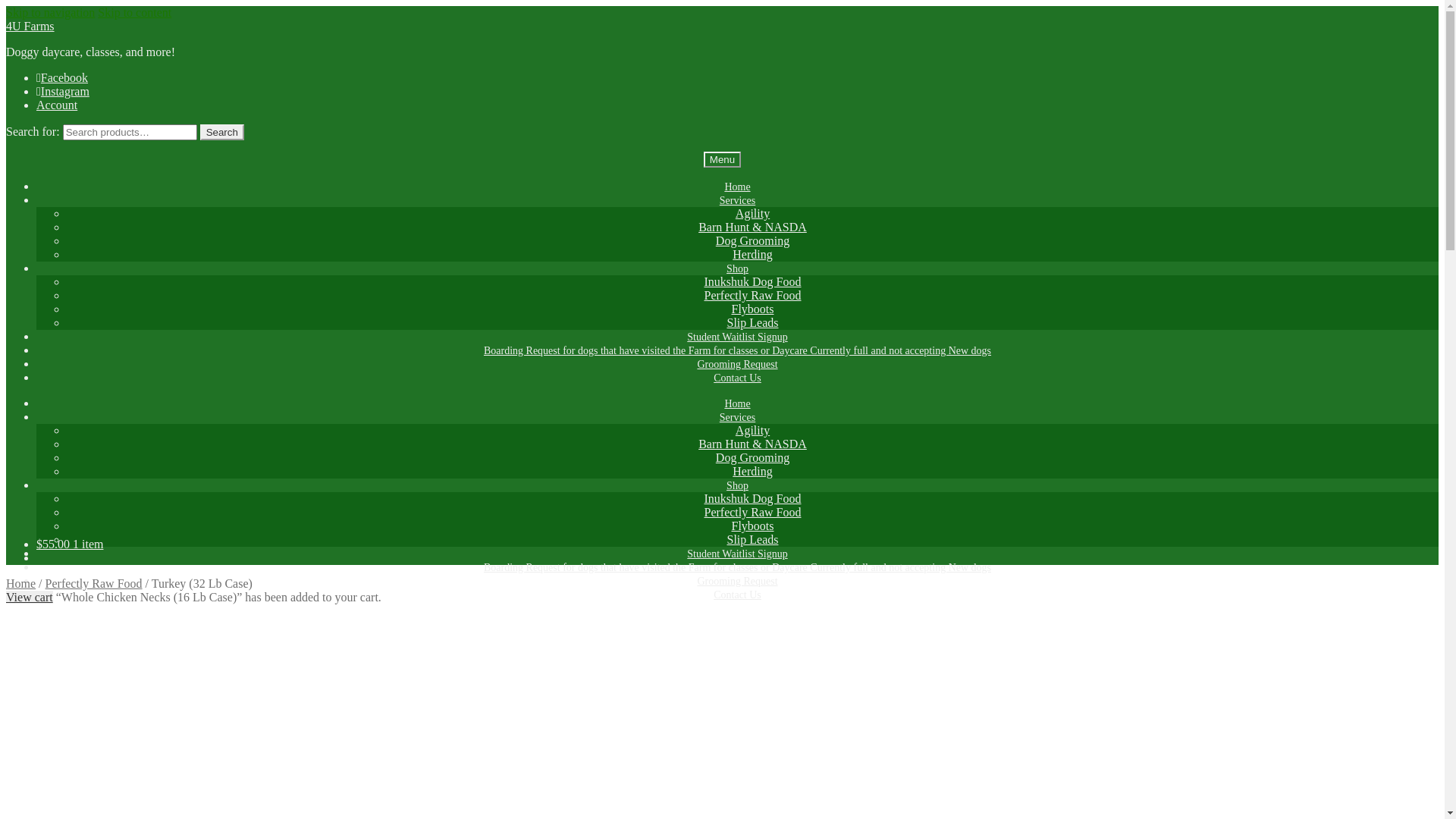 The height and width of the screenshot is (819, 1456). I want to click on 'Menu', so click(721, 159).